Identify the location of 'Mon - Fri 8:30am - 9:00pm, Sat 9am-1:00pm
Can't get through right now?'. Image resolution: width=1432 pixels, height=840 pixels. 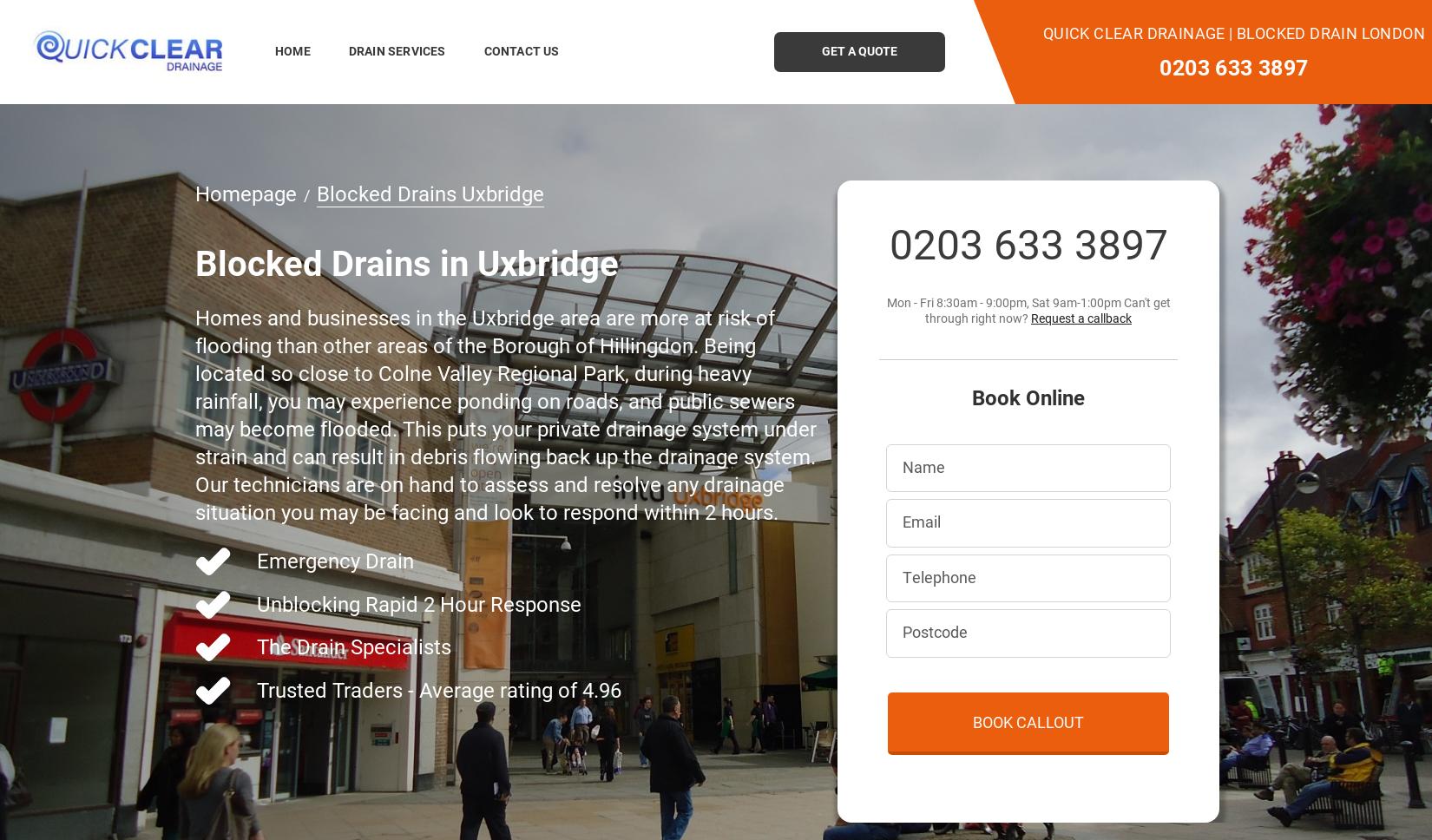
(1028, 309).